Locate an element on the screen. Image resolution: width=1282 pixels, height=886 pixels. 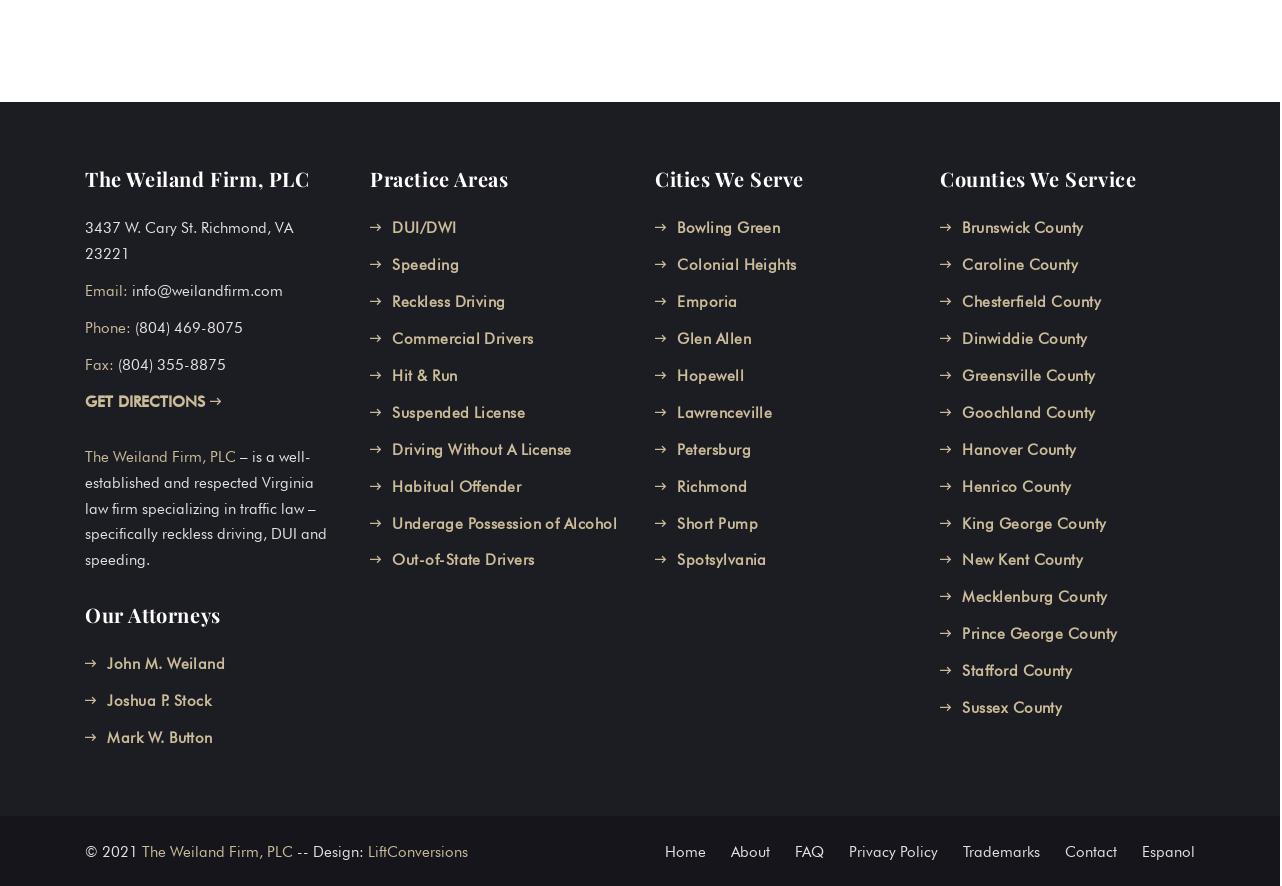
'3437 W. Cary St. Richmond, VA 23221' is located at coordinates (187, 239).